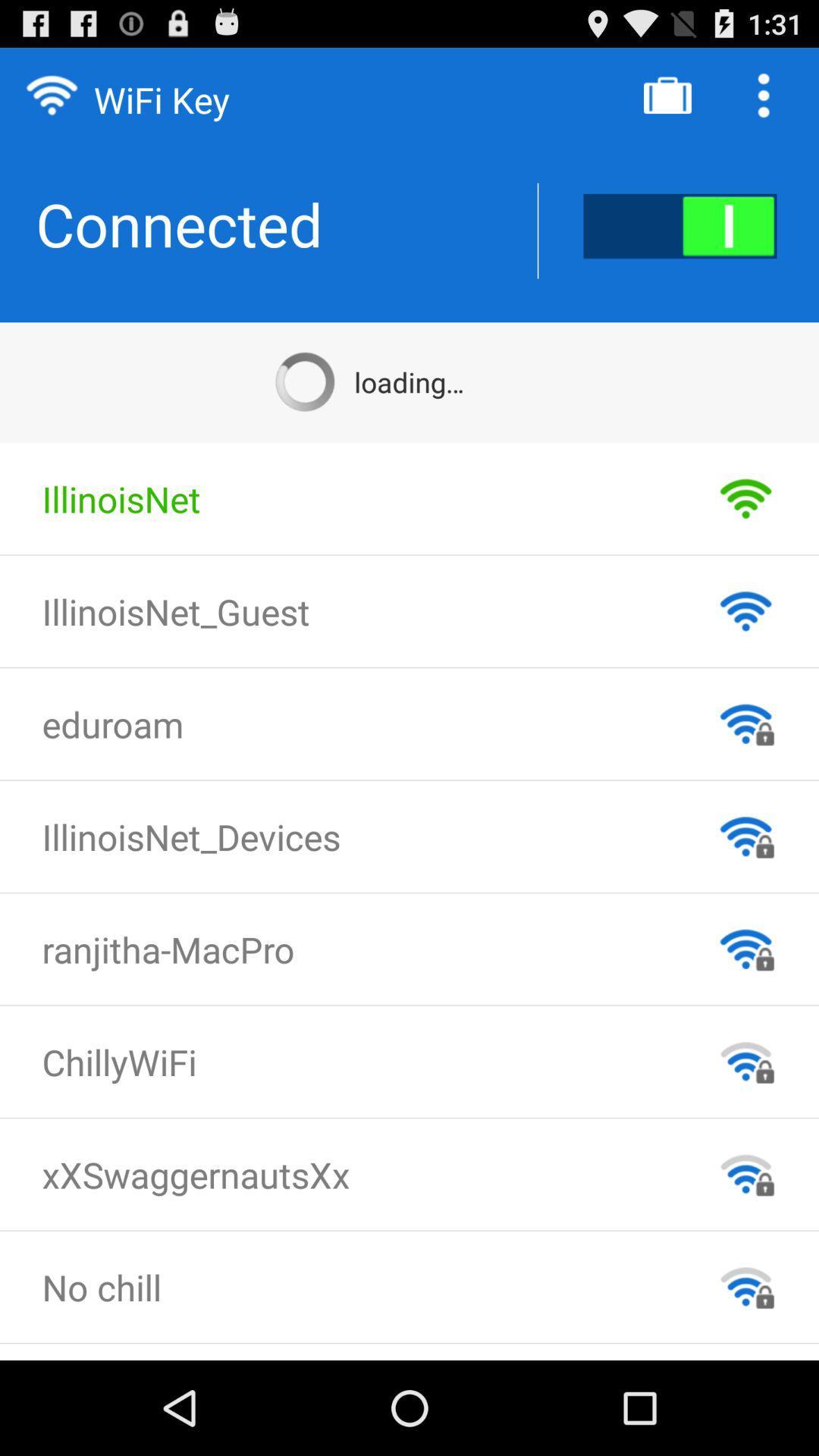 Image resolution: width=819 pixels, height=1456 pixels. Describe the element at coordinates (667, 101) in the screenshot. I see `the shop icon` at that location.